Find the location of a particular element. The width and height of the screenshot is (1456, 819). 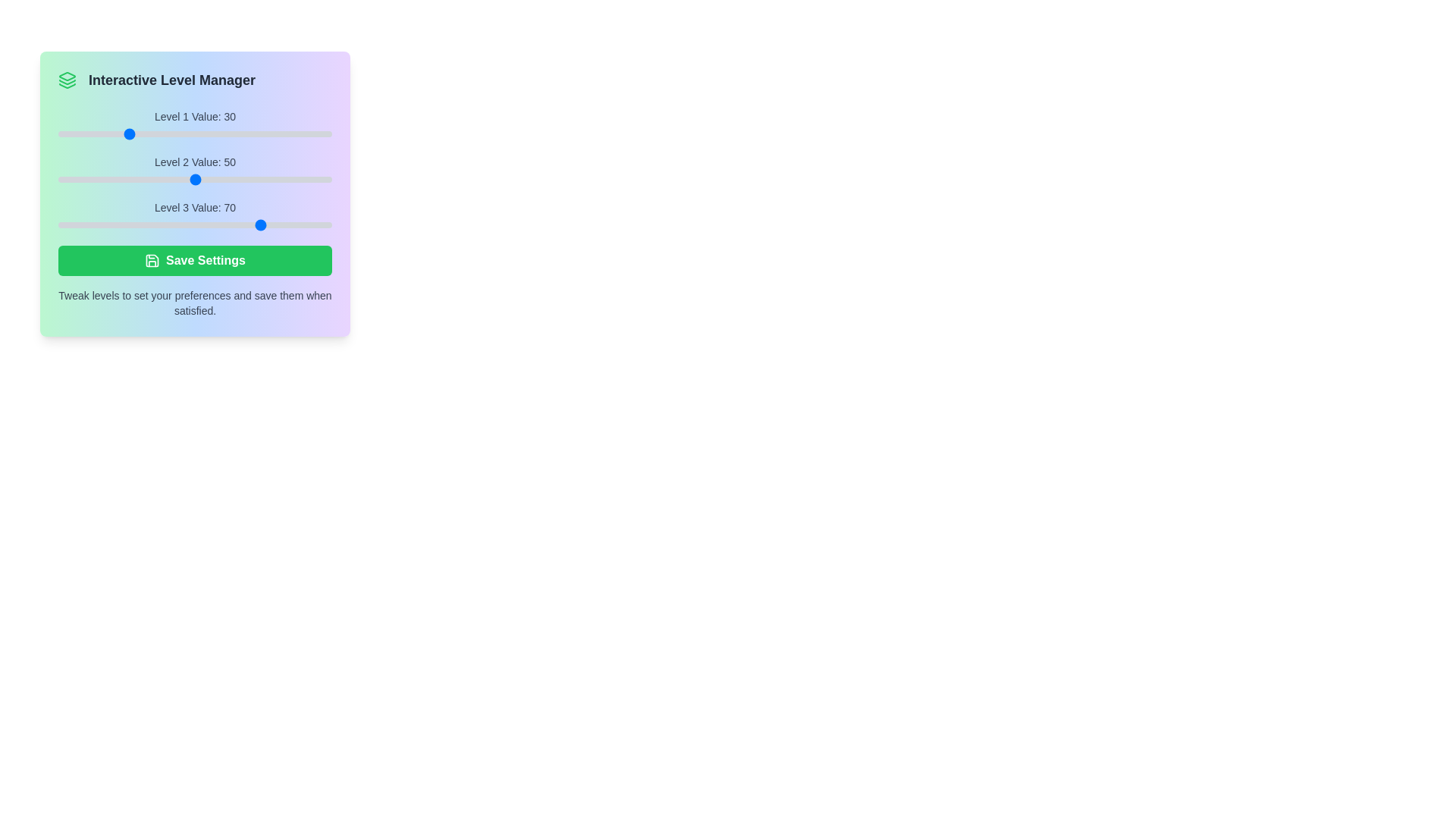

the Level 3 value is located at coordinates (115, 225).